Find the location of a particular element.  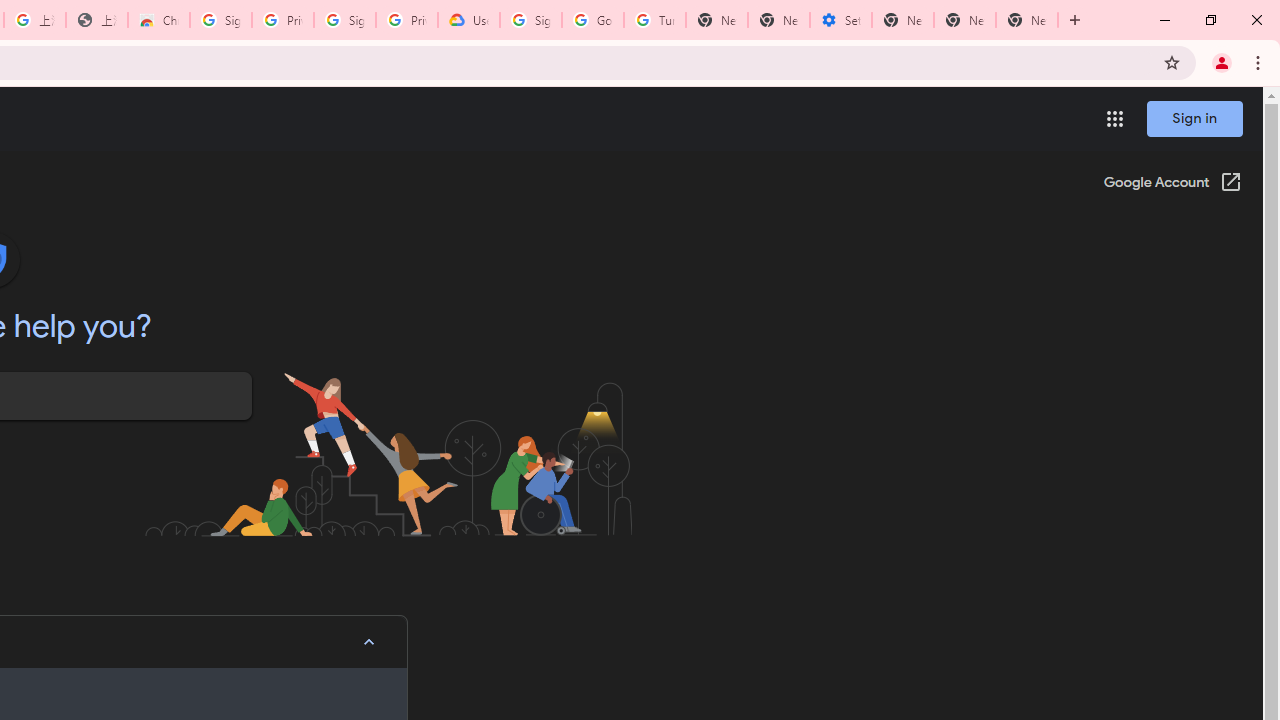

'Chrome Web Store - Color themes by Chrome' is located at coordinates (157, 20).